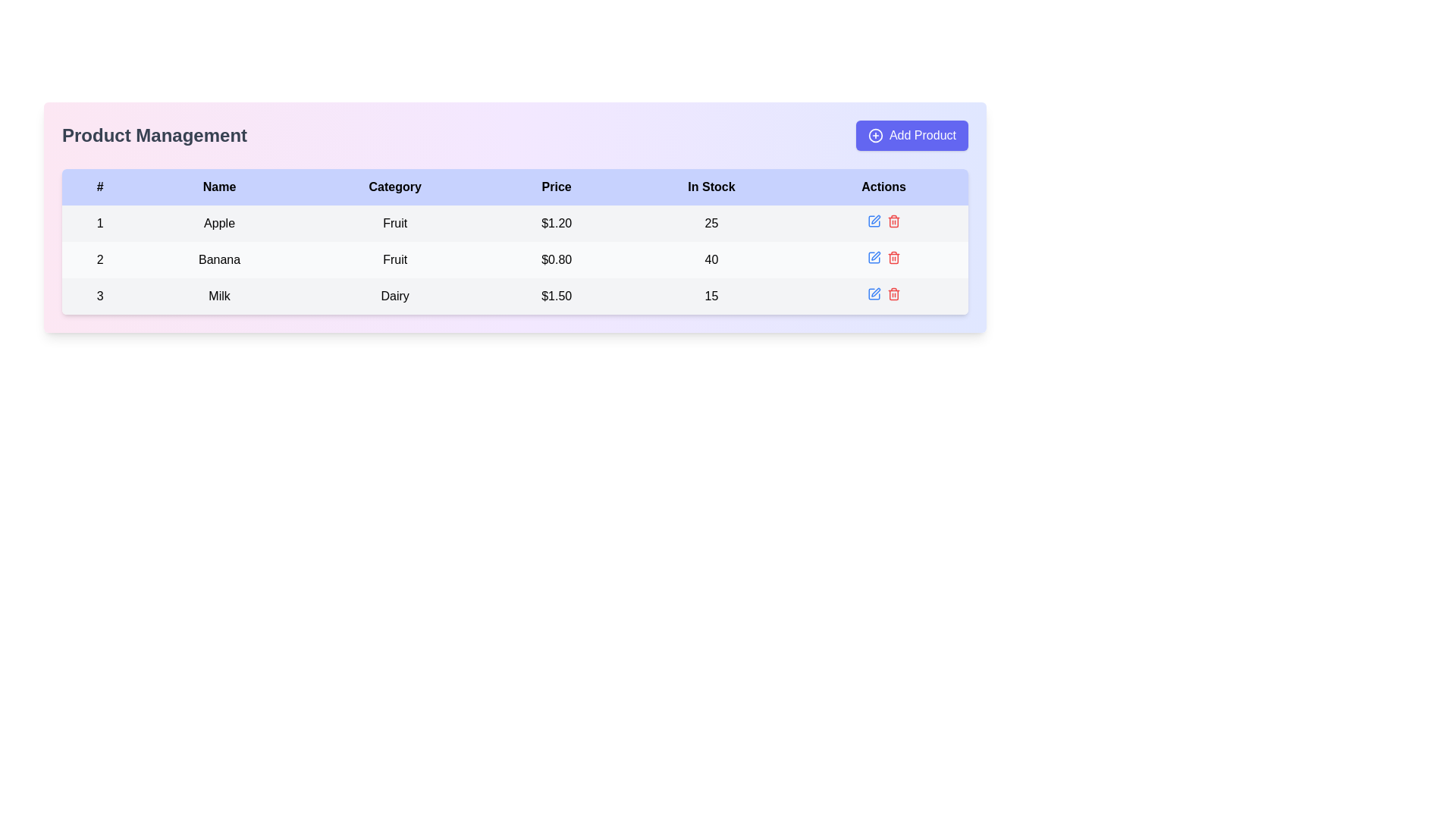  What do you see at coordinates (99, 223) in the screenshot?
I see `the singular digit '1' displayed in plain text style, located in the first column of the first row of the table under the '#' header` at bounding box center [99, 223].